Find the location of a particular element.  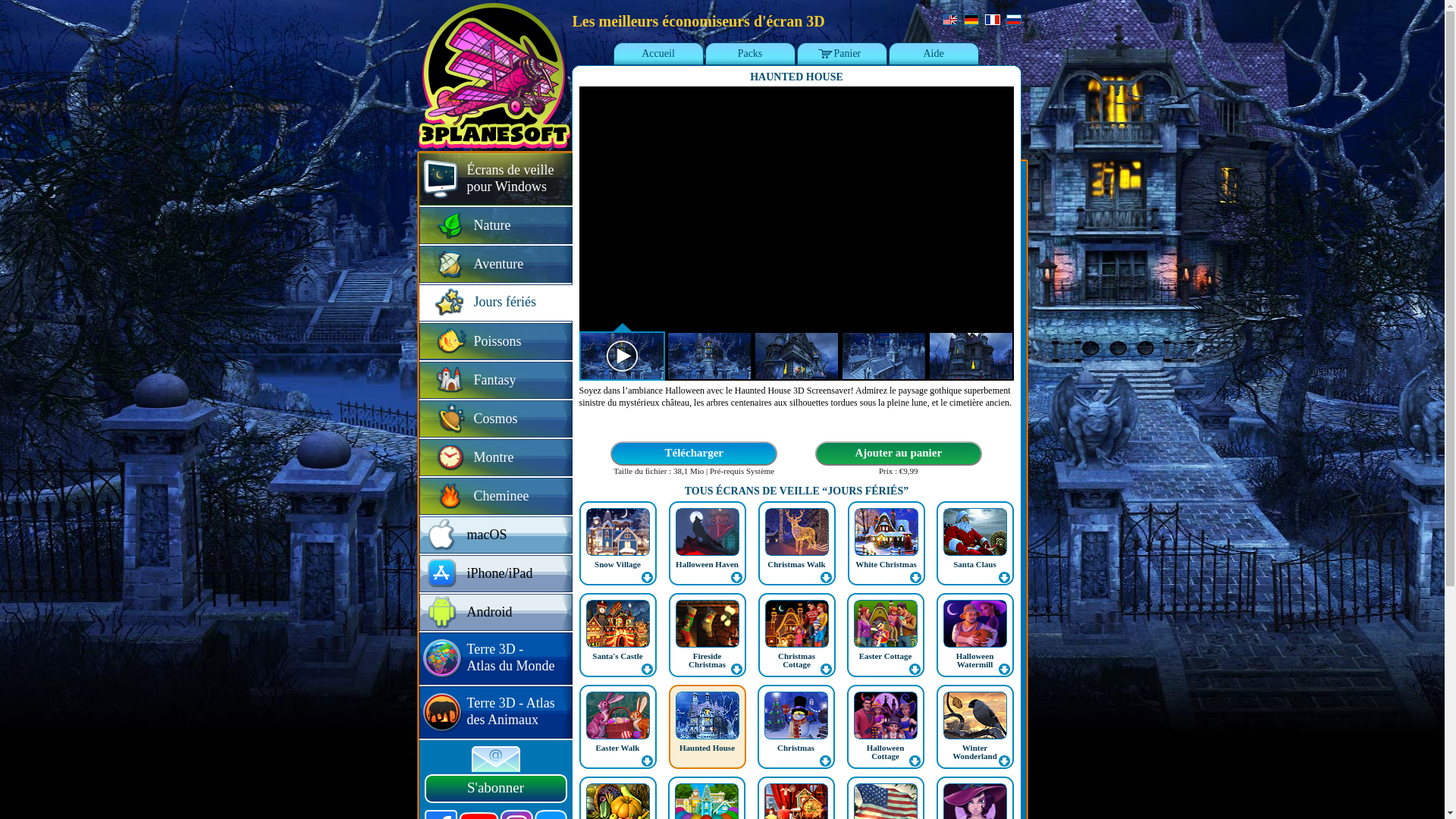

'Christmas Cottage' is located at coordinates (758, 635).